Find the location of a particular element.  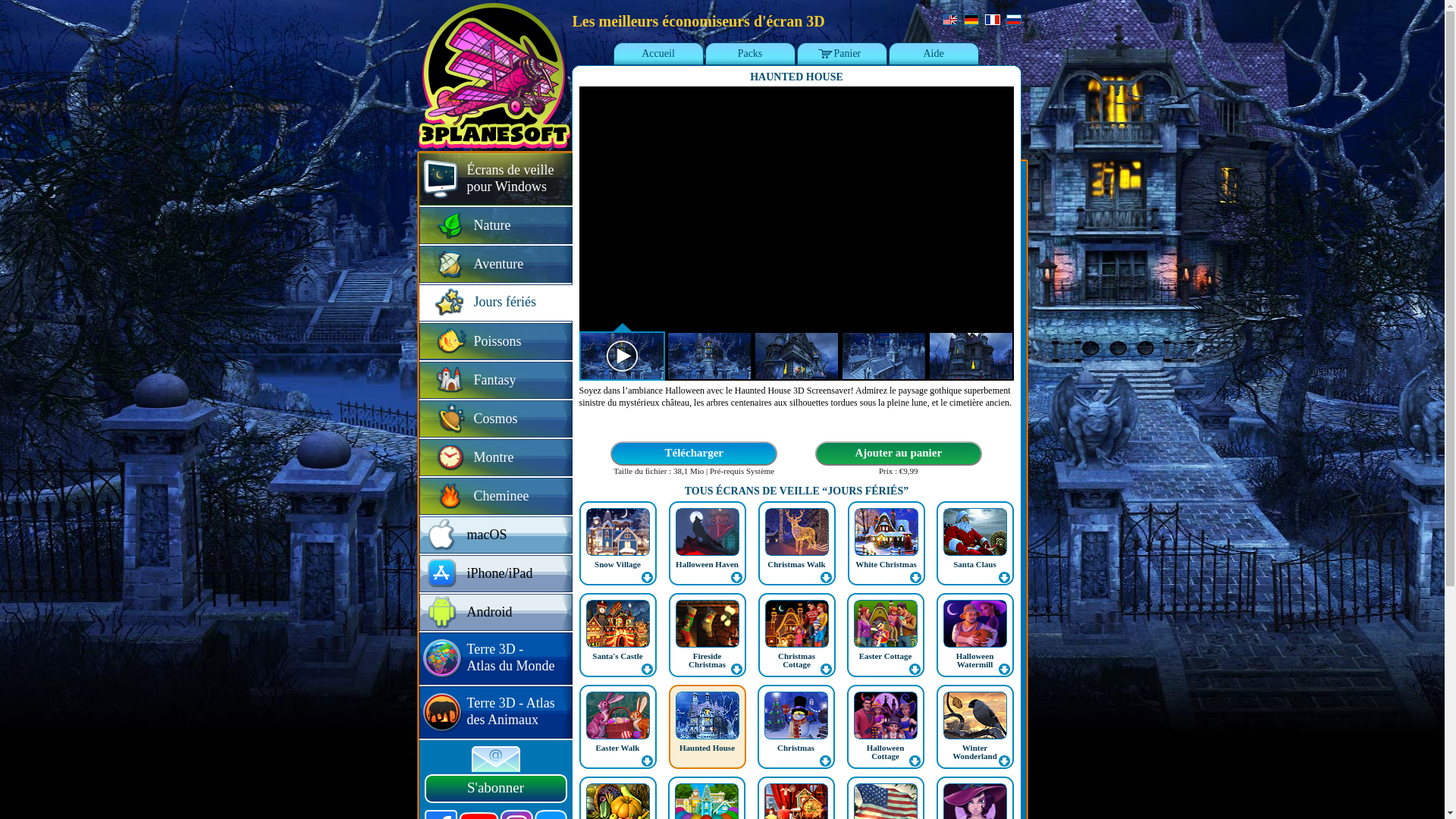

'Christmas Cottage' is located at coordinates (758, 635).